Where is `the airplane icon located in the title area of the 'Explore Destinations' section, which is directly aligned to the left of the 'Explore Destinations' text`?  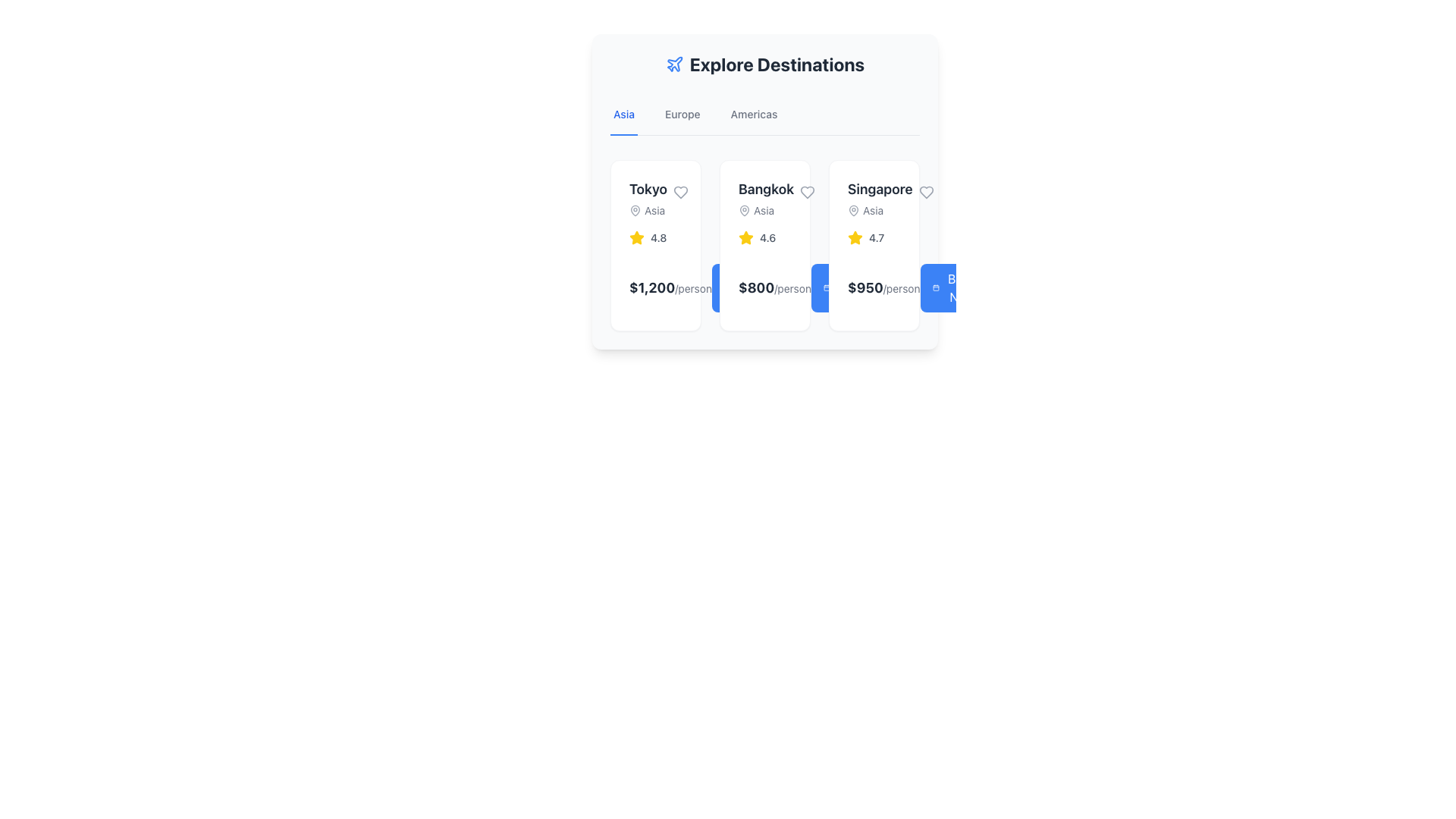 the airplane icon located in the title area of the 'Explore Destinations' section, which is directly aligned to the left of the 'Explore Destinations' text is located at coordinates (673, 63).